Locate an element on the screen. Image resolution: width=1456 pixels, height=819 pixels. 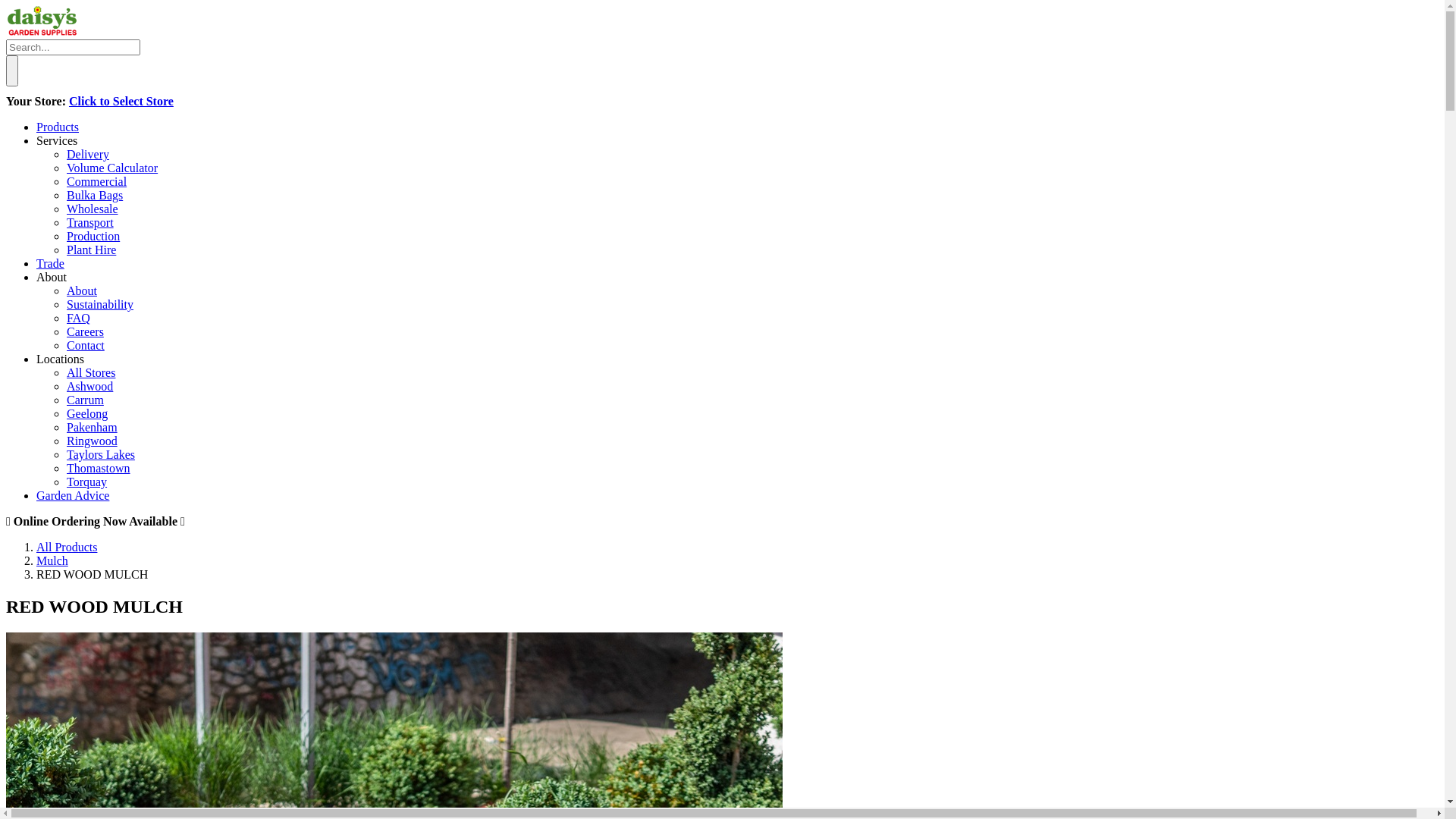
'Click to Select Store' is located at coordinates (68, 101).